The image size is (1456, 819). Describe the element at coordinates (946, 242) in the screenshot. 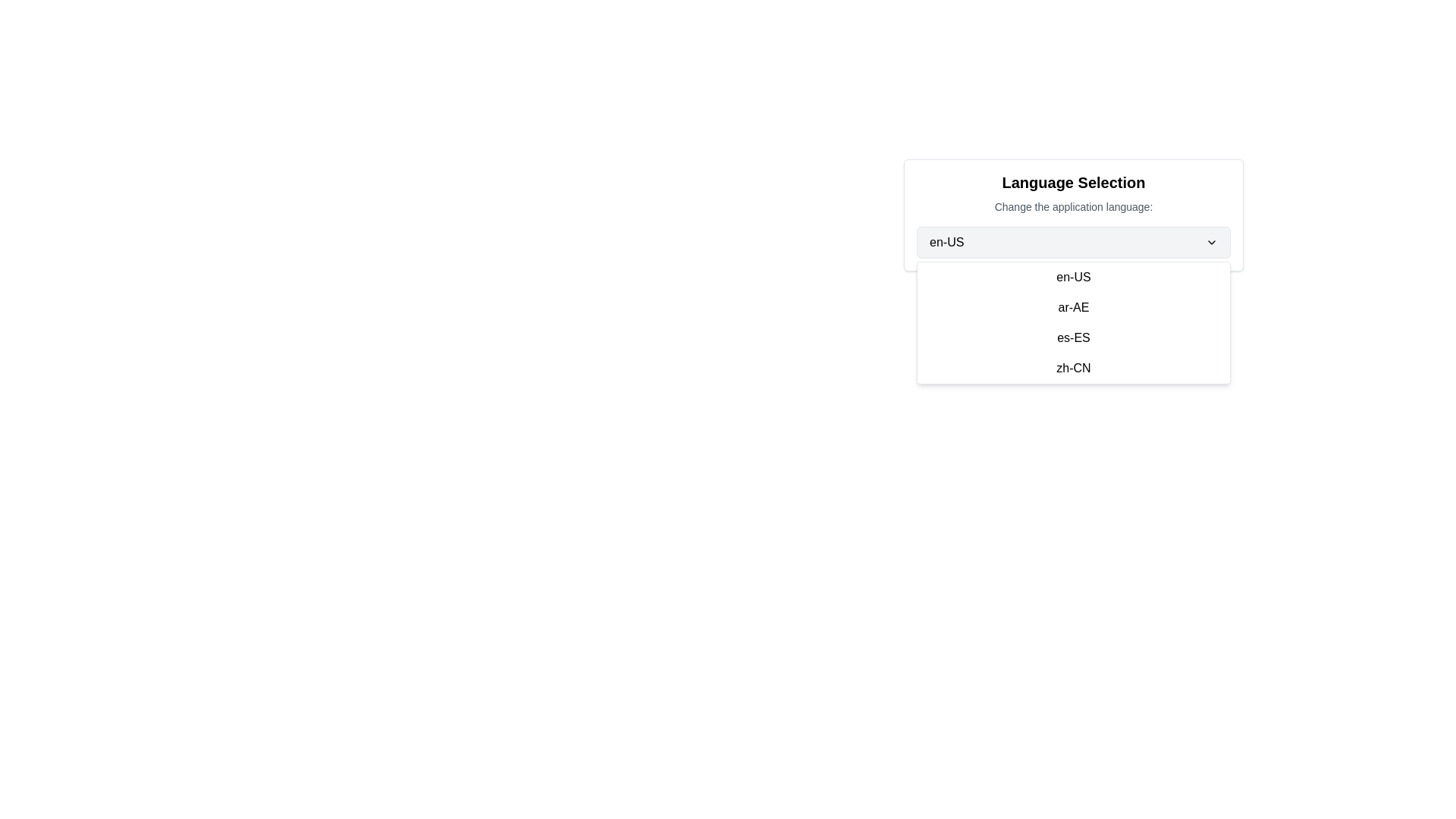

I see `the text label displaying 'en-US' within the language selection dropdown menu, which is styled with a standard sans-serif font and appears on a light gray background` at that location.